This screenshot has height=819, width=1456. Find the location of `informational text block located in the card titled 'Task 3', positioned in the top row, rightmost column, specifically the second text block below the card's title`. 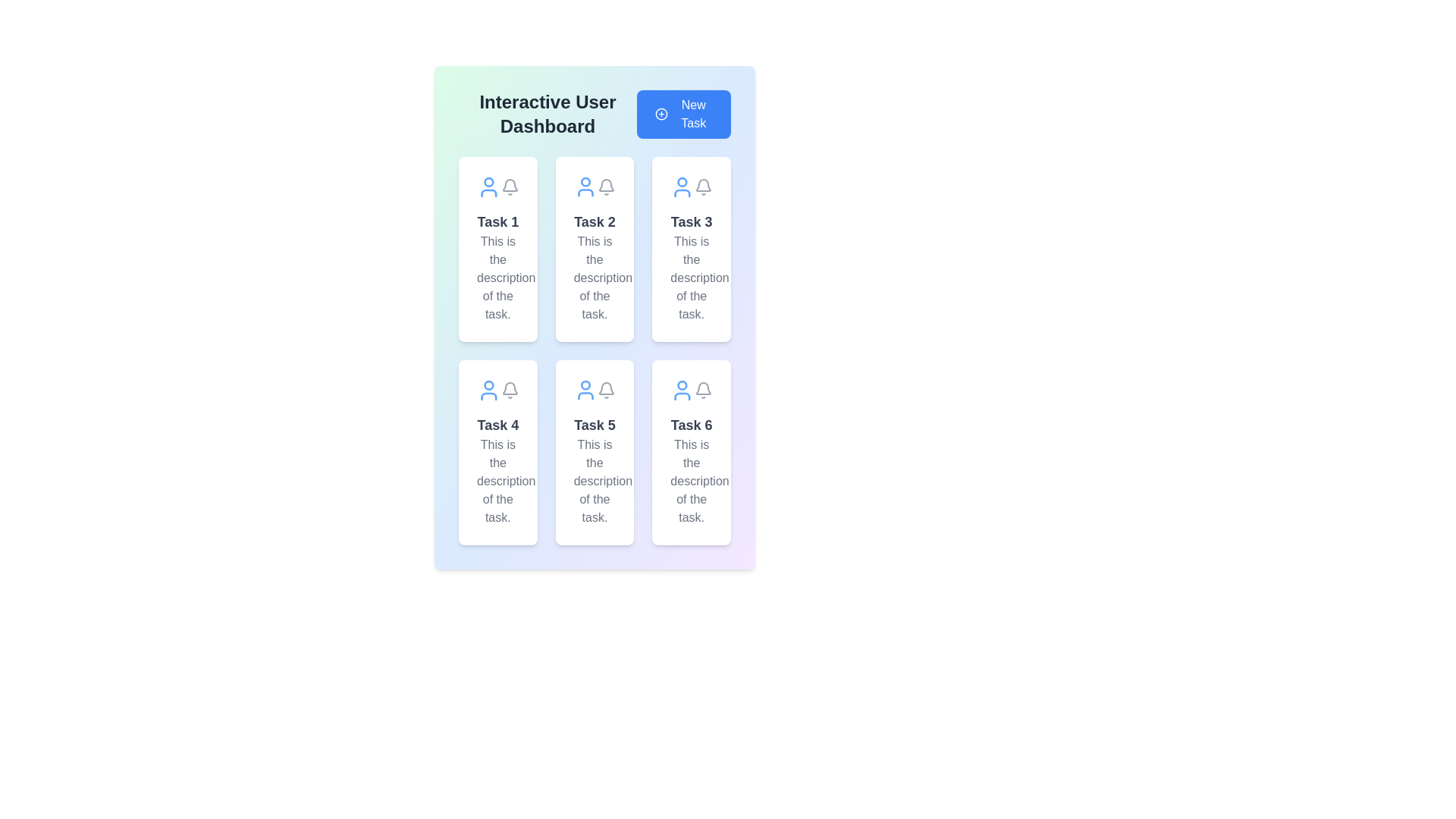

informational text block located in the card titled 'Task 3', positioned in the top row, rightmost column, specifically the second text block below the card's title is located at coordinates (691, 278).